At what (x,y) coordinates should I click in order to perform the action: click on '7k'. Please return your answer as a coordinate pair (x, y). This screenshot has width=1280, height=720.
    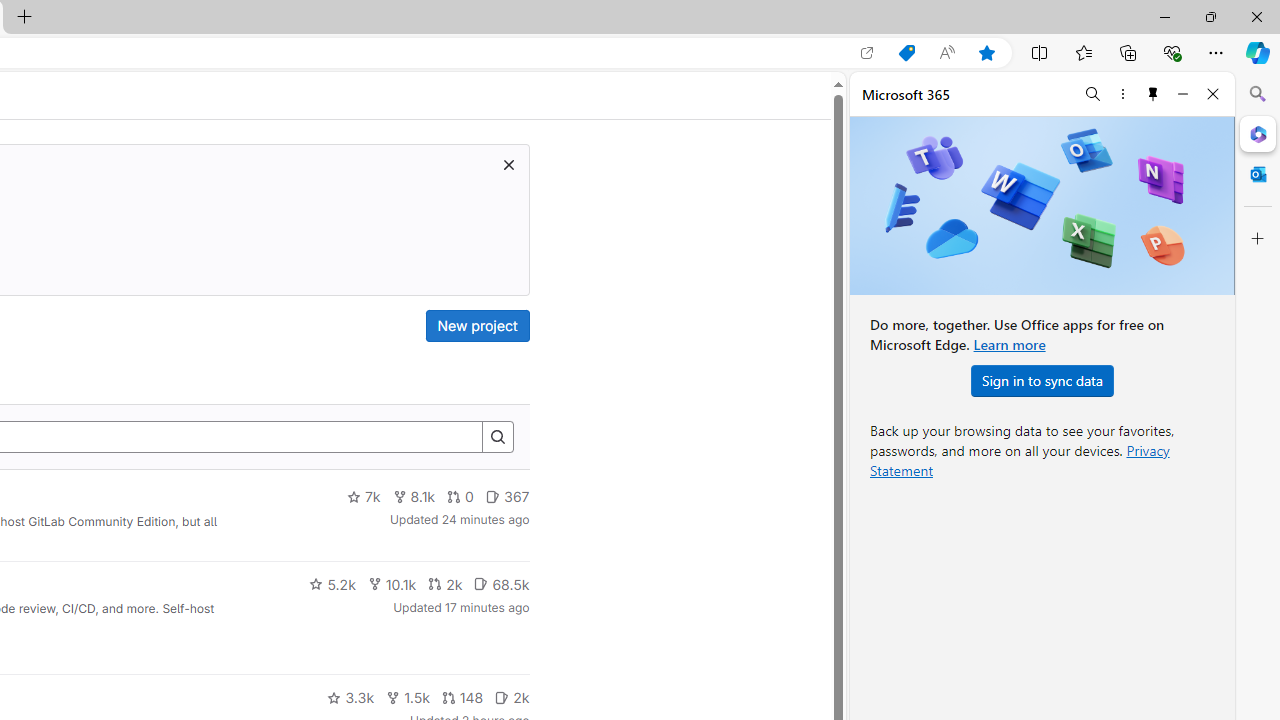
    Looking at the image, I should click on (363, 496).